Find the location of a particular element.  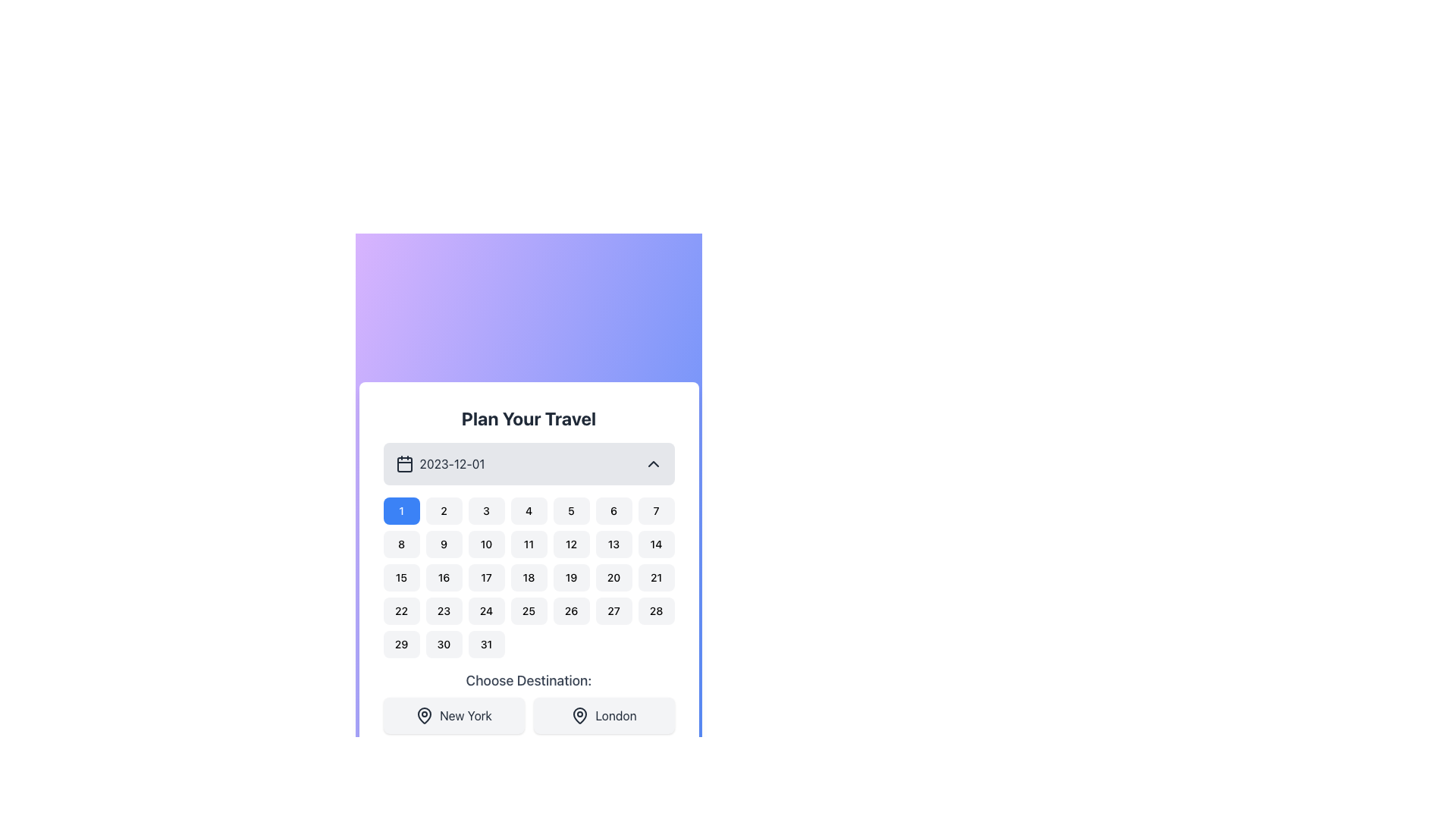

the interactive button representing the 19th day in the calendar's date grid is located at coordinates (570, 578).